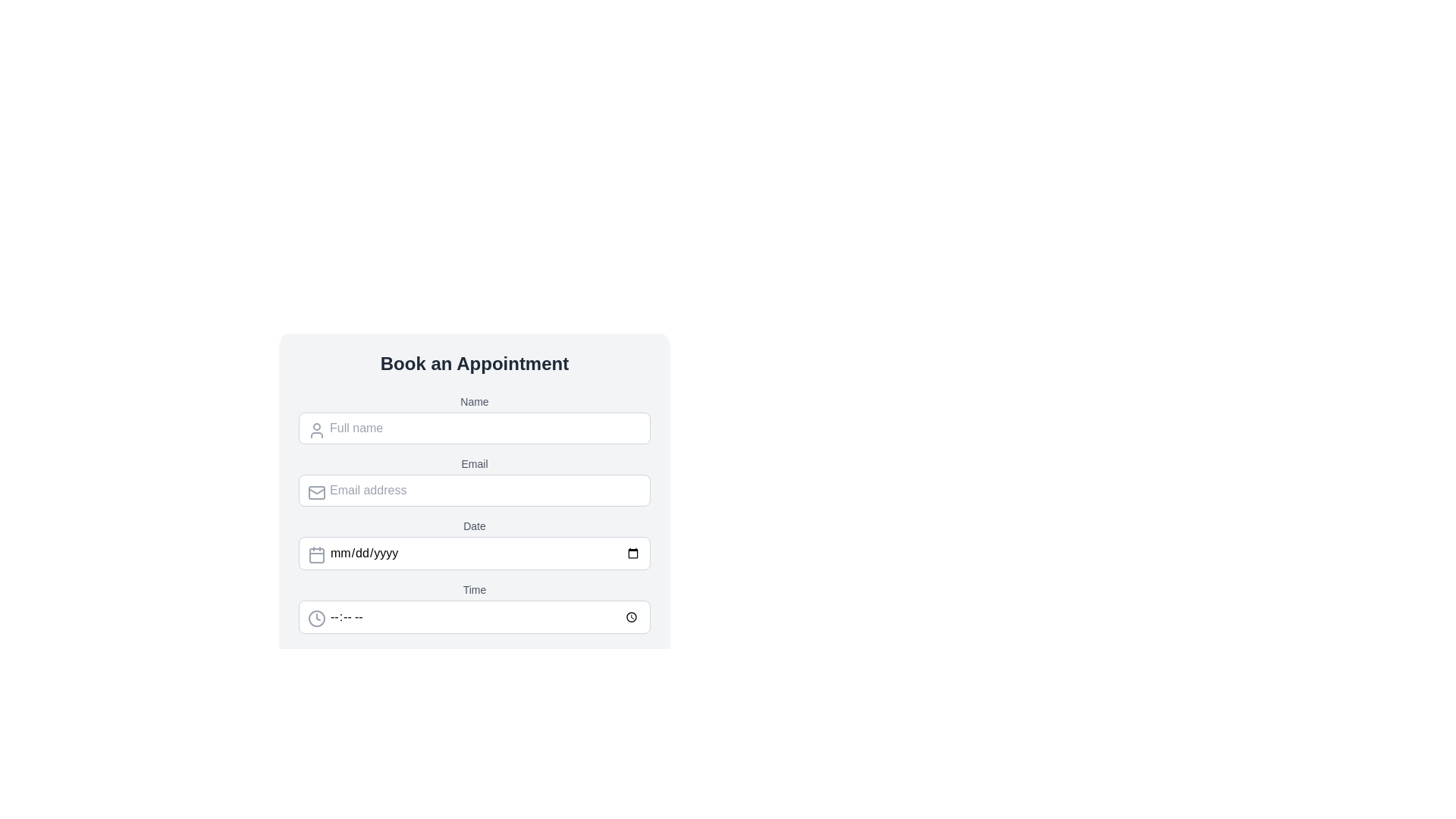  I want to click on the calendar icon, which is represented by a decorative SVG rectangle and is located to the left of the 'Date' input field in the 'Book an Appointment' section, so click(315, 555).